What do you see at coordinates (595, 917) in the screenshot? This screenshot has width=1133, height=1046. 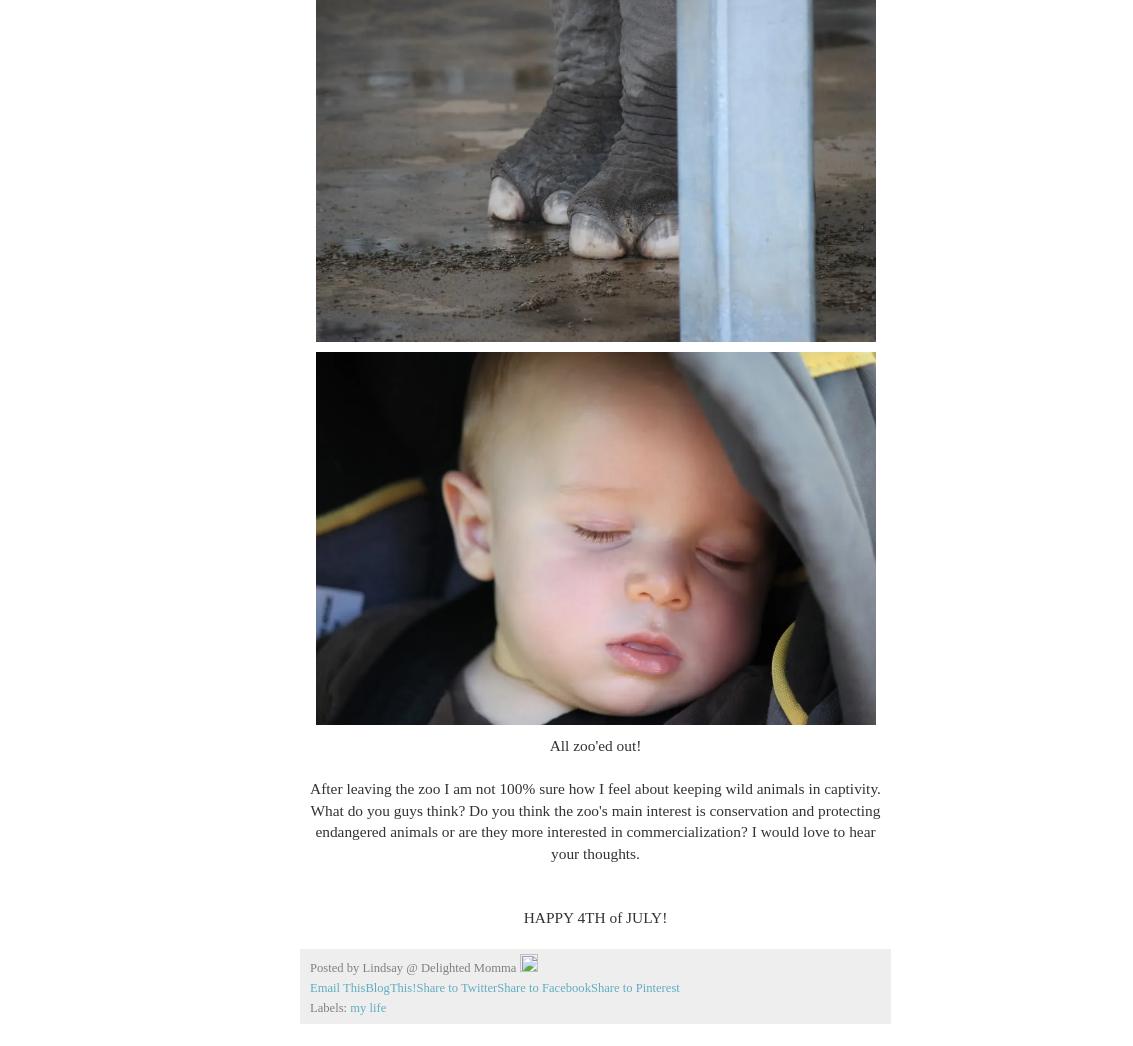 I see `'HAPPY 4TH of JULY!'` at bounding box center [595, 917].